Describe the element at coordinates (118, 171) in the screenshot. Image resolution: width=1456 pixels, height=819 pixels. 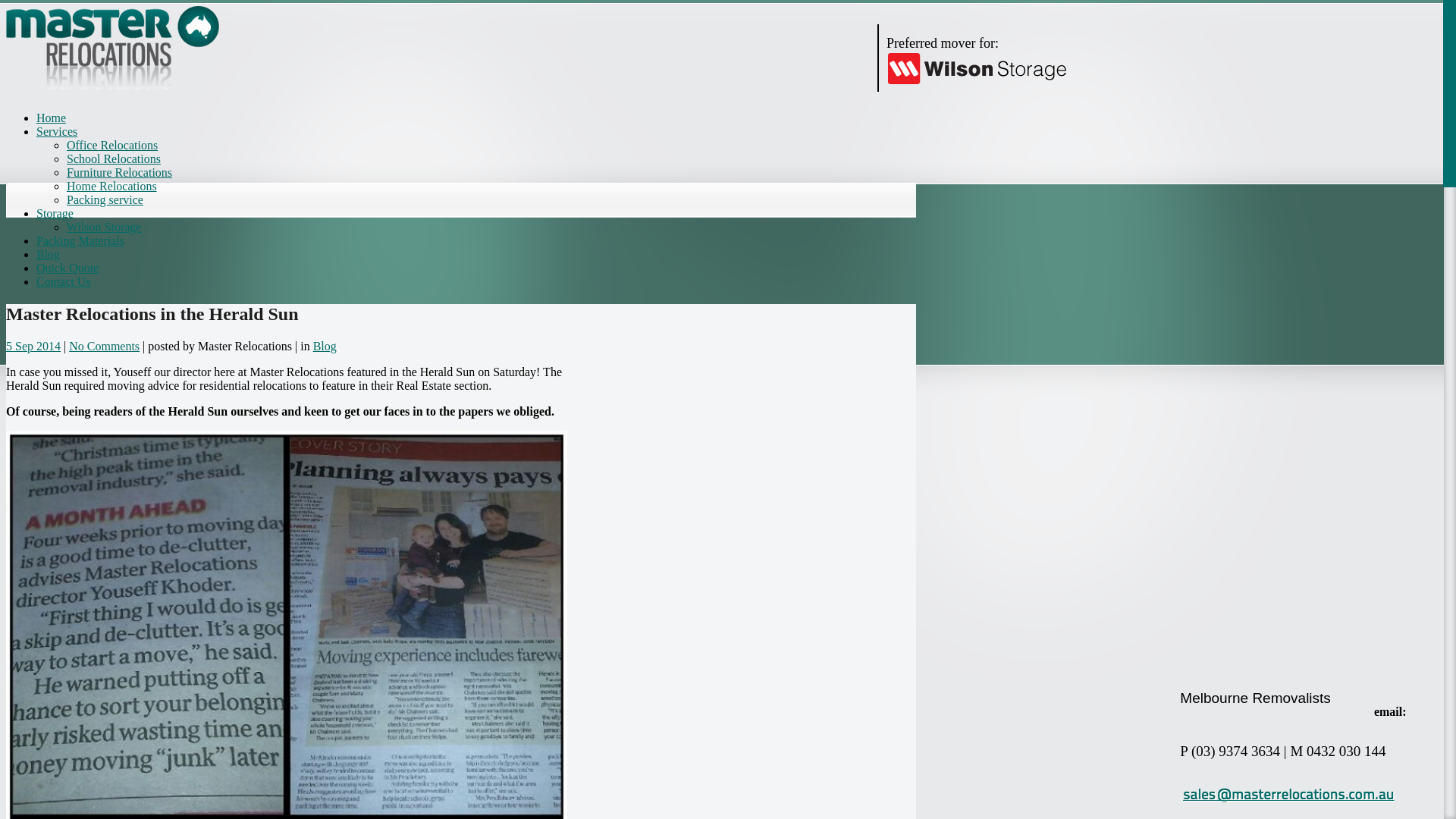
I see `'Furniture Relocations'` at that location.